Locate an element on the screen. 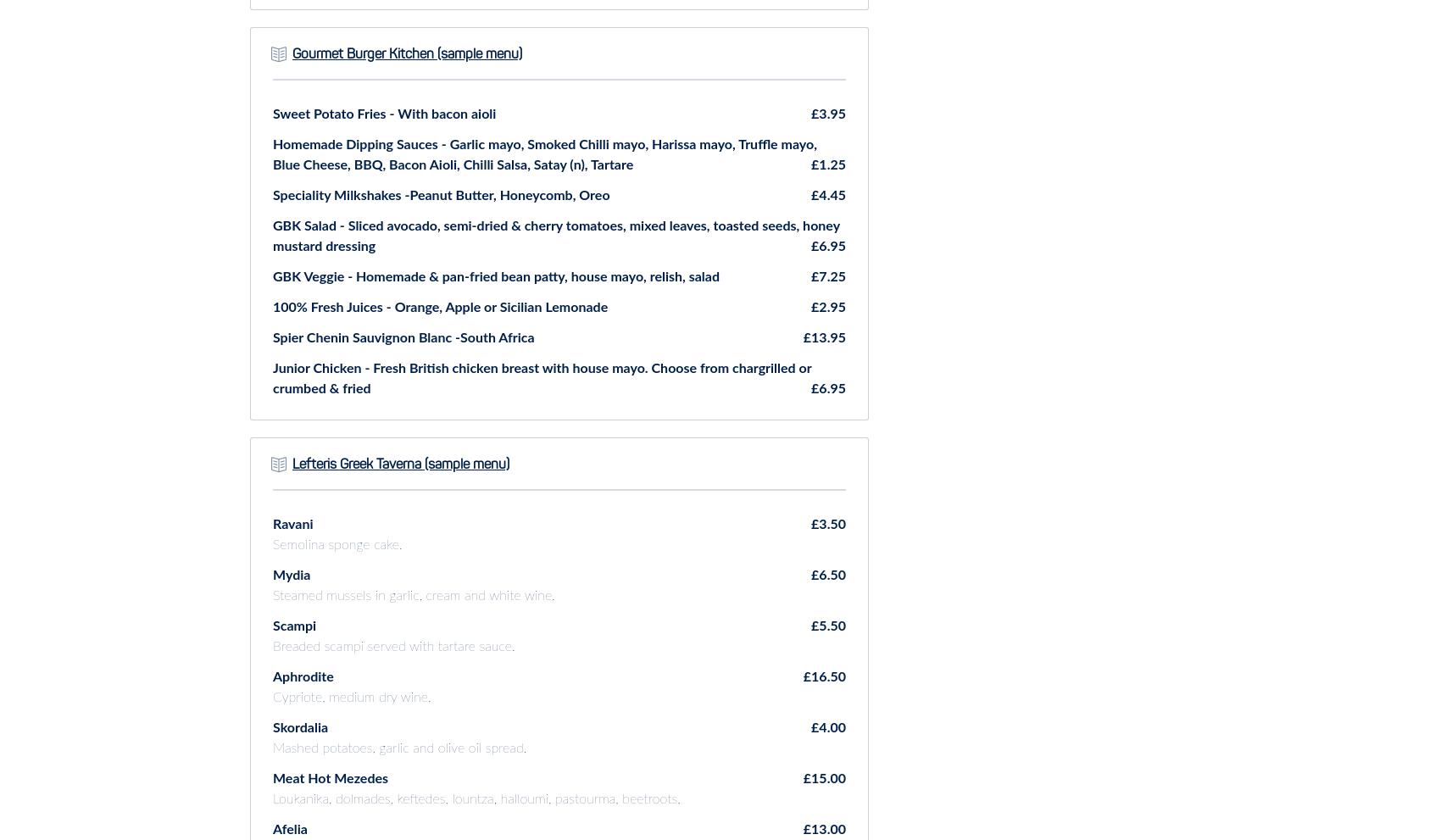  '£3.95' is located at coordinates (810, 112).